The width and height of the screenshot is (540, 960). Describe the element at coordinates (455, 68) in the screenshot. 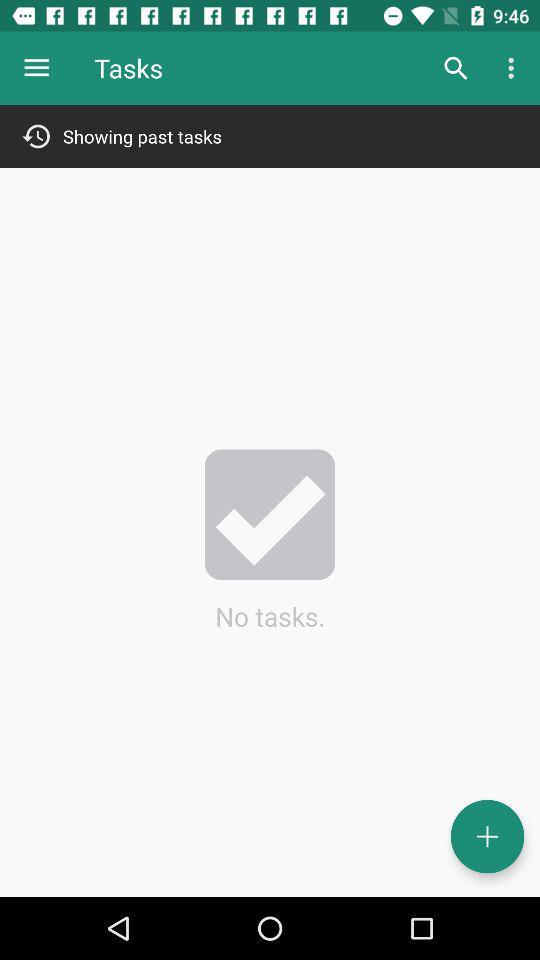

I see `the item next to tasks icon` at that location.